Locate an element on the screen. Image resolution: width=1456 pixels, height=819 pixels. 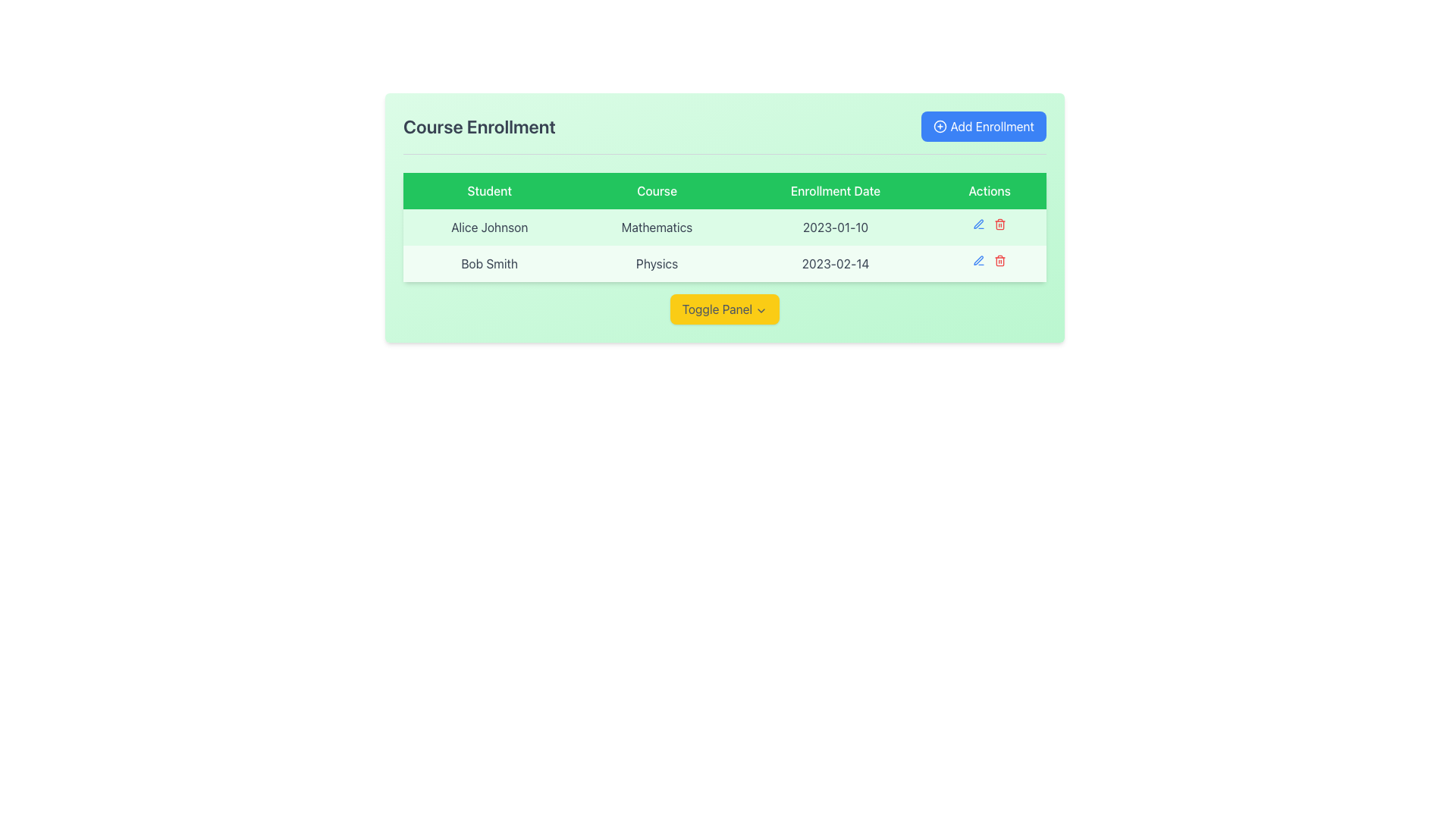
the table cell displaying the course name for the student 'Alice Johnson' in the first row under the 'Course' header is located at coordinates (723, 227).